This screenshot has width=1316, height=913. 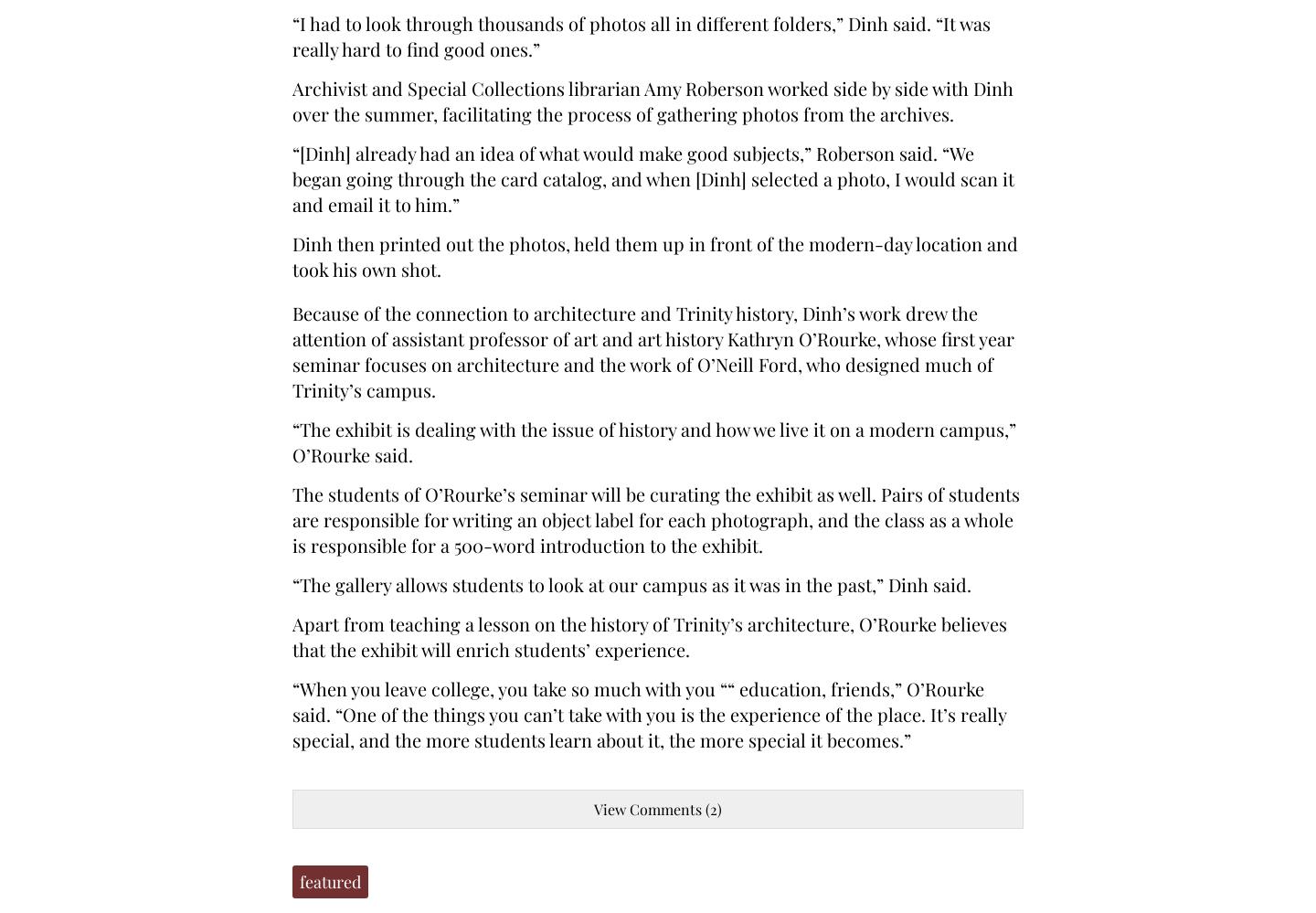 I want to click on 'The students of O’Rourke’s seminar will be curating the exhibit as well. Pairs of students are responsible for writing an object label for each photograph, and the class as a whole is responsible for a 500-word introduction to the exhibit.', so click(x=292, y=519).